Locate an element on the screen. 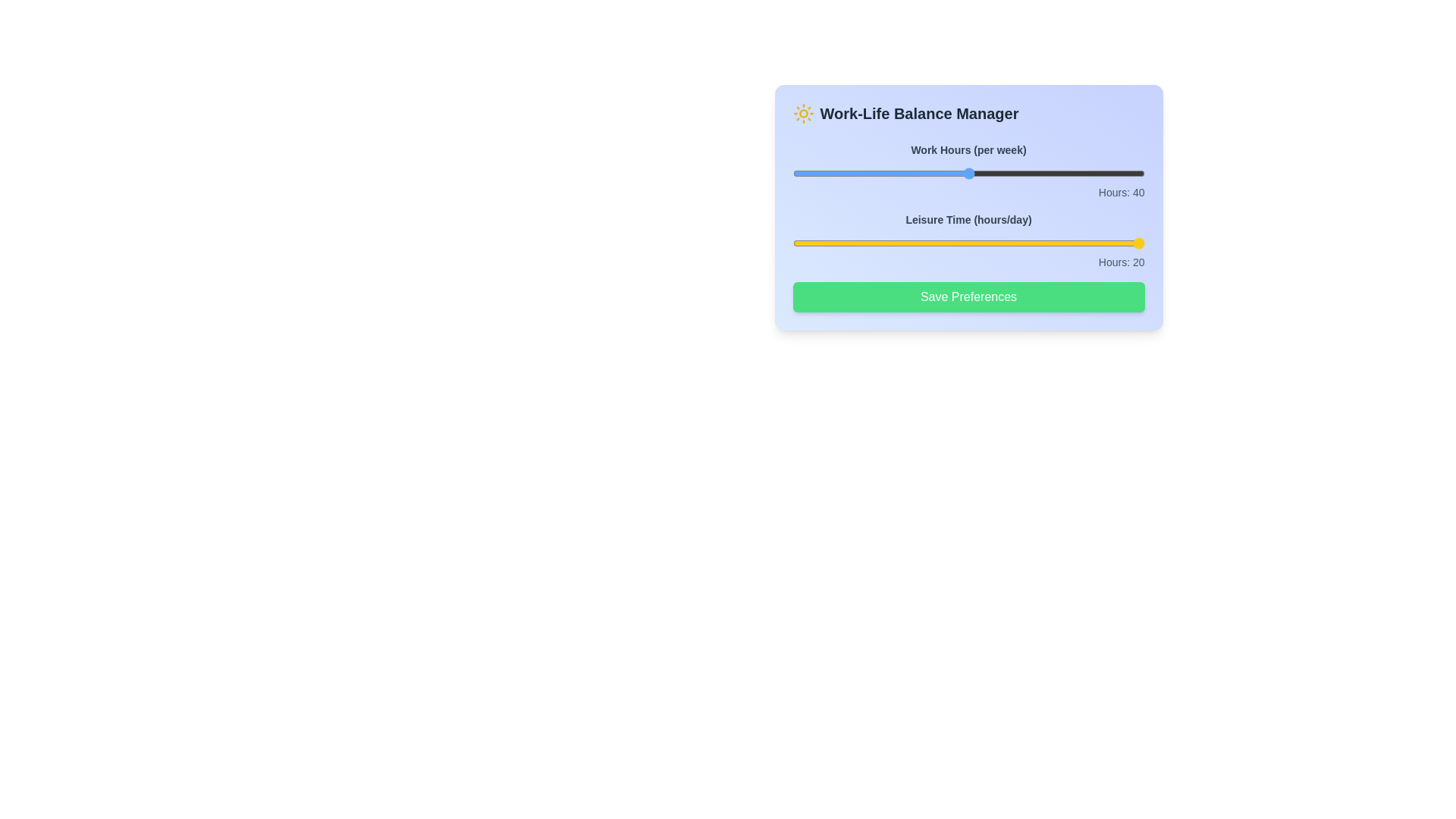 The width and height of the screenshot is (1456, 819). the 'Work Hours' slider to set it to 26 hours per week is located at coordinates (845, 172).